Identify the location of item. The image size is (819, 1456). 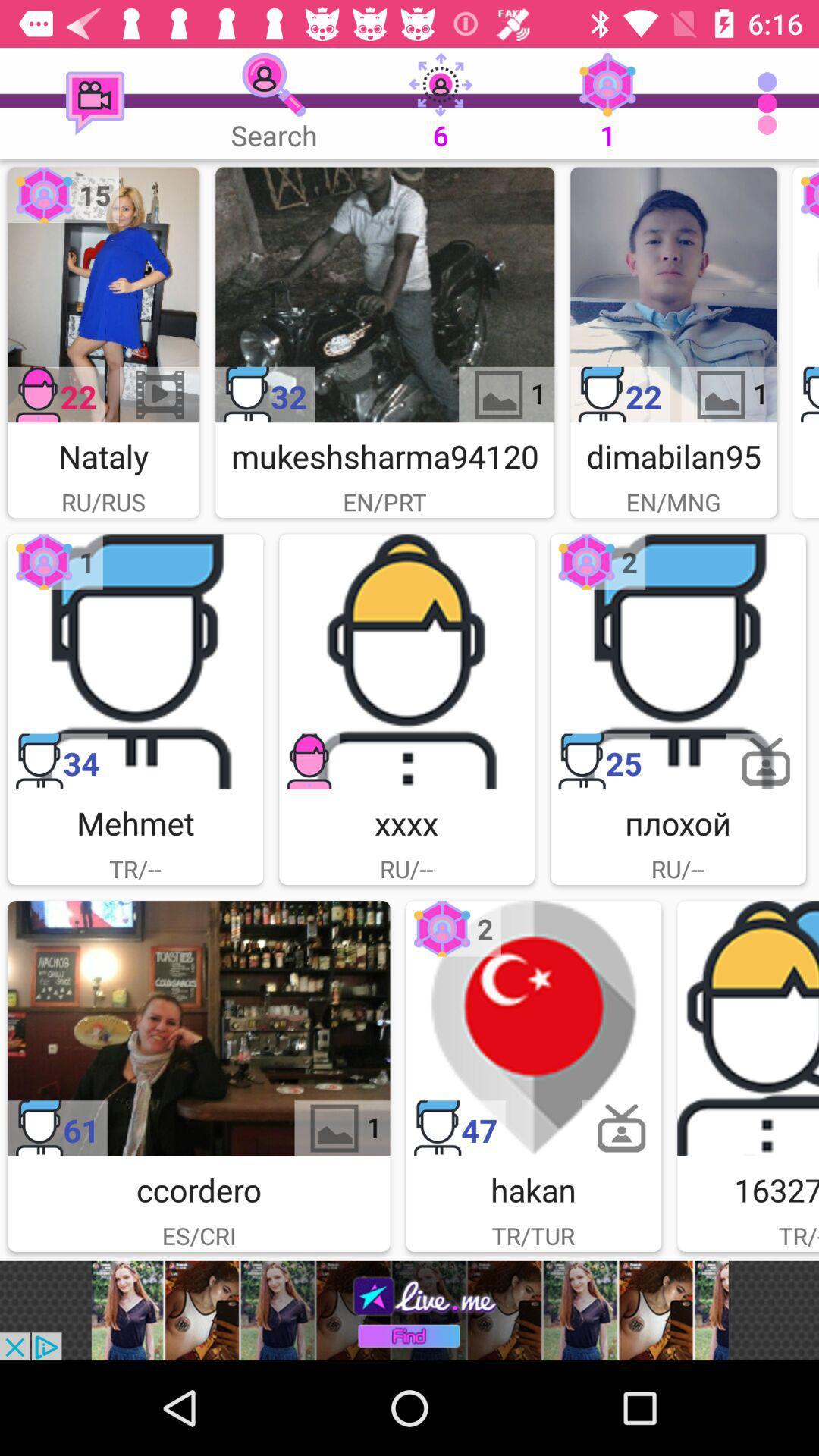
(532, 1028).